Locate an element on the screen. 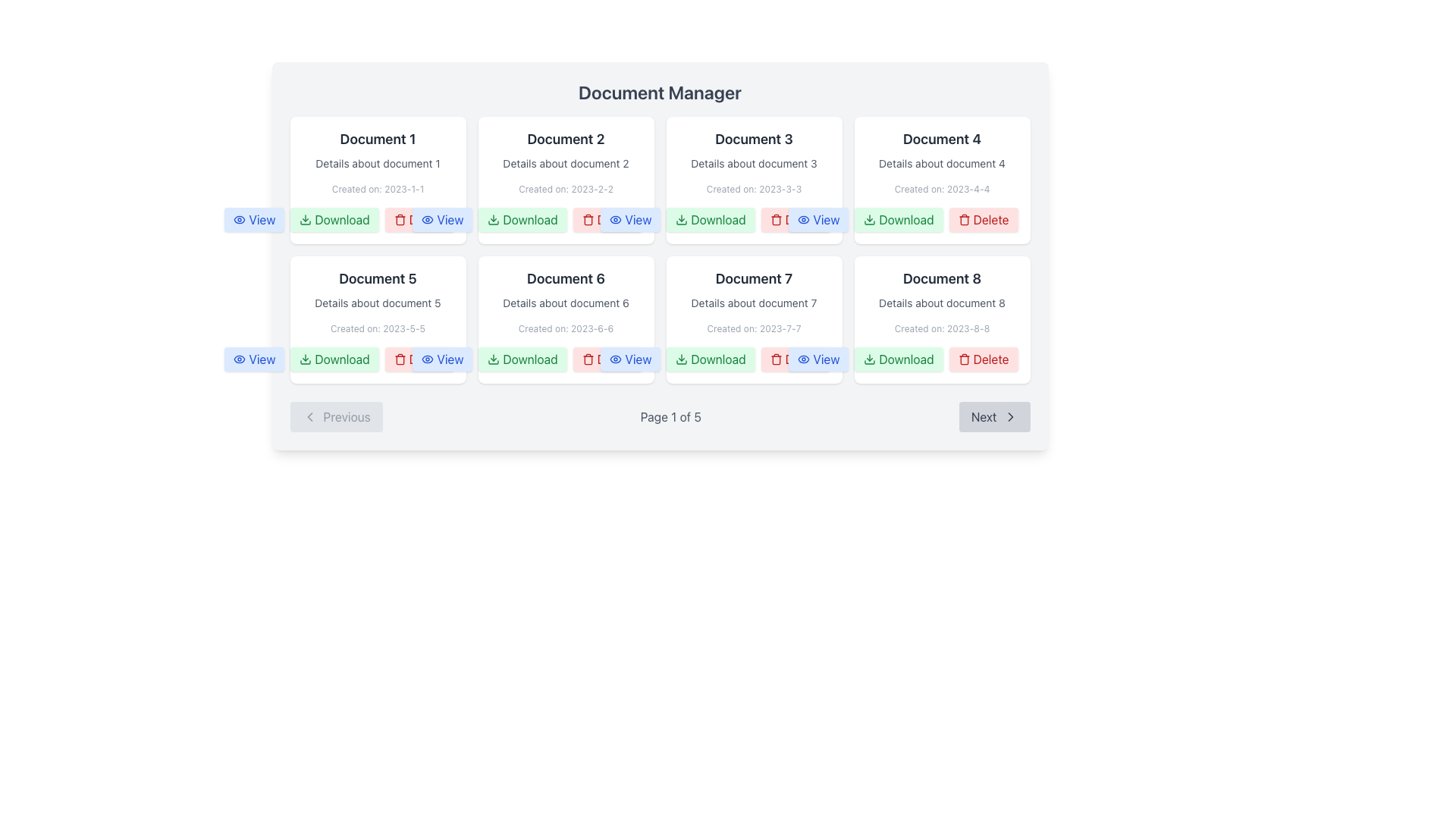  the buttons is located at coordinates (565, 359).